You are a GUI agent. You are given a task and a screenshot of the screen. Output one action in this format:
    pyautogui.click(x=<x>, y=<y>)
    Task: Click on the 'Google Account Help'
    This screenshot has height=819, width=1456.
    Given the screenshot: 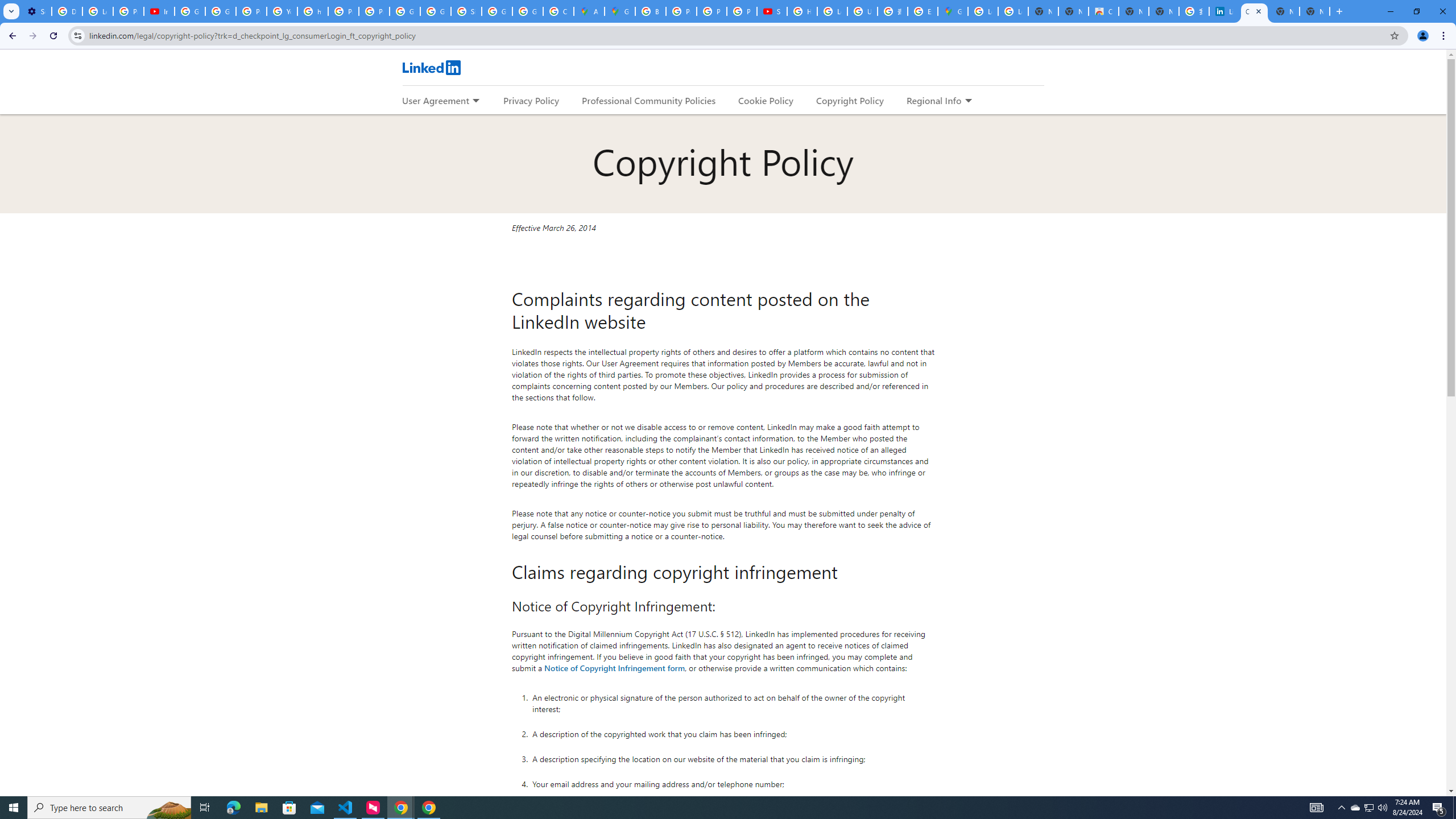 What is the action you would take?
    pyautogui.click(x=190, y=11)
    